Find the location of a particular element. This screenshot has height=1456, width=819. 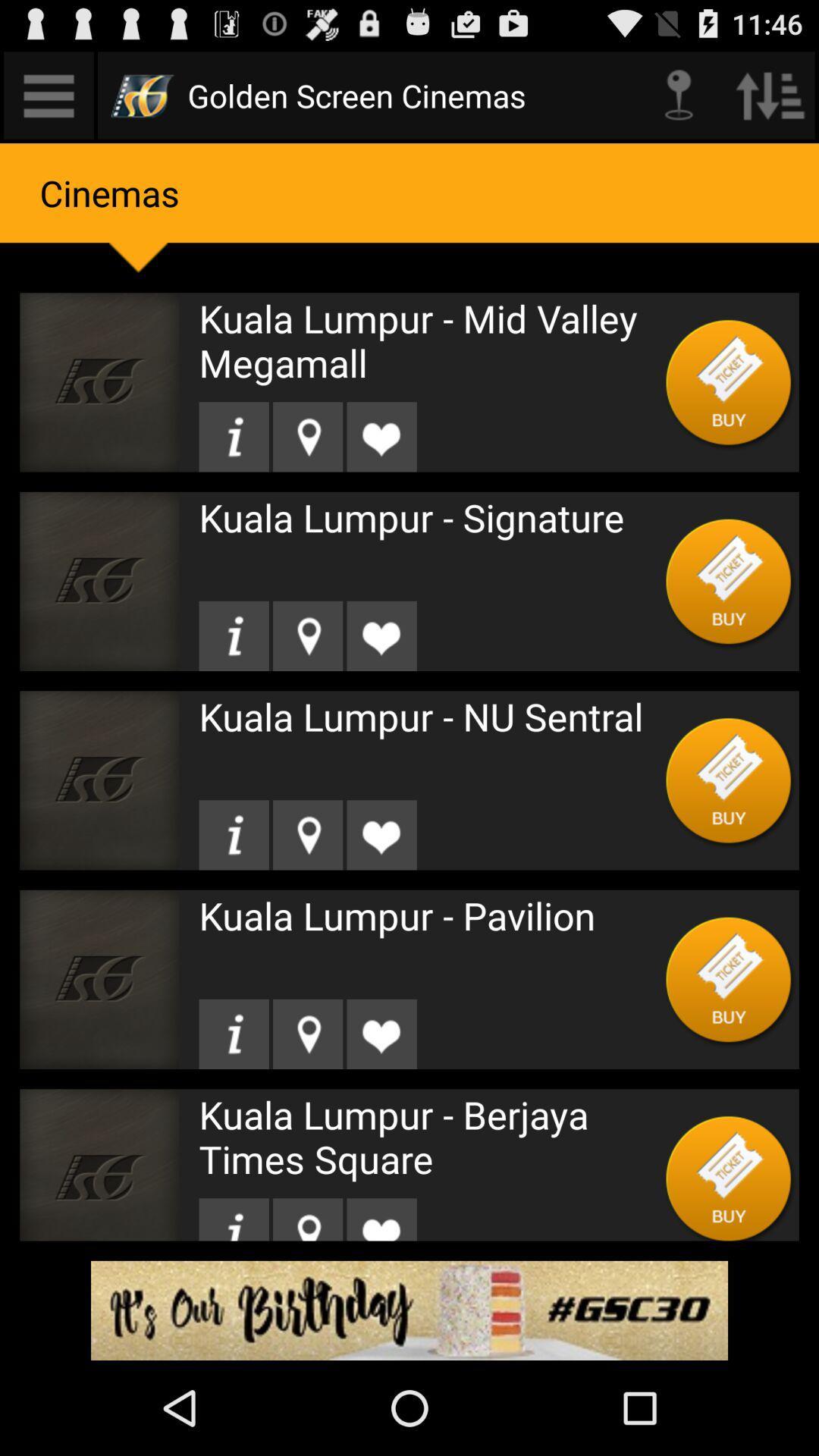

get more information is located at coordinates (234, 1033).